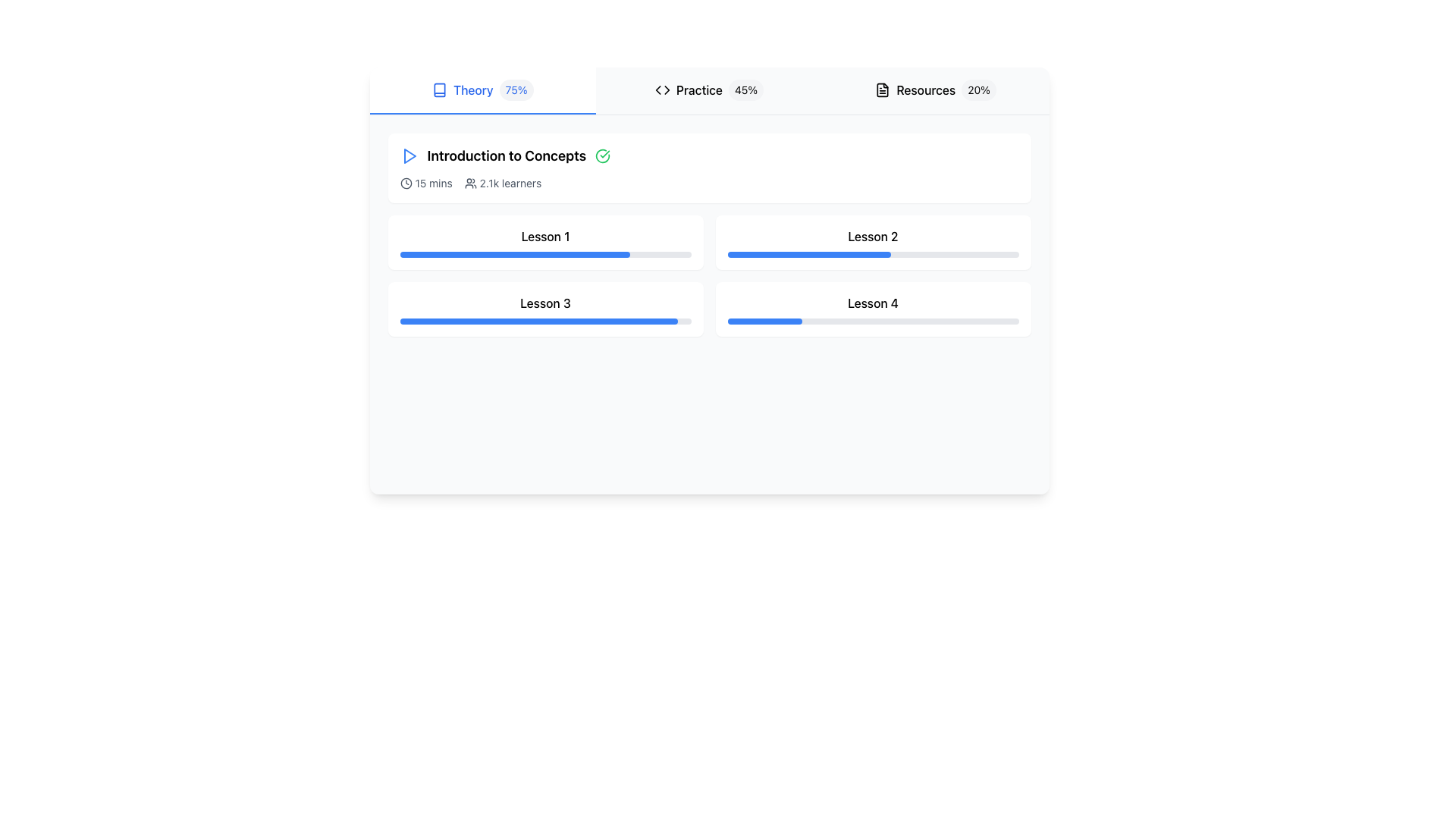 The image size is (1456, 819). Describe the element at coordinates (545, 321) in the screenshot. I see `the current progress visually on the horizontal progress bar below the 'Lesson 3' label, which has a gray background and a blue filled portion` at that location.